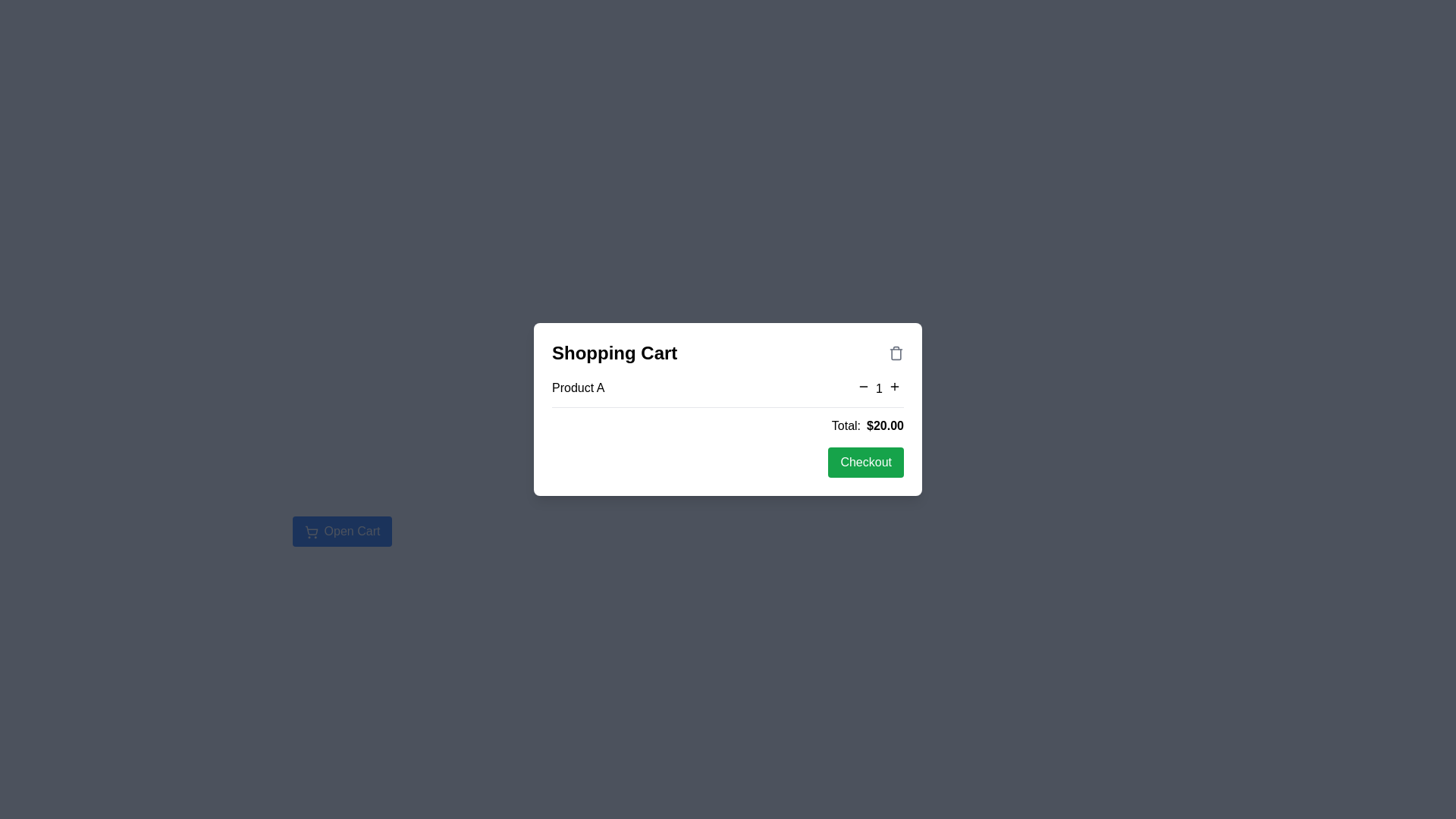  I want to click on the 'Shopping Cart' static text element that appears prominently at the top-left corner of the white card interface, so click(614, 353).